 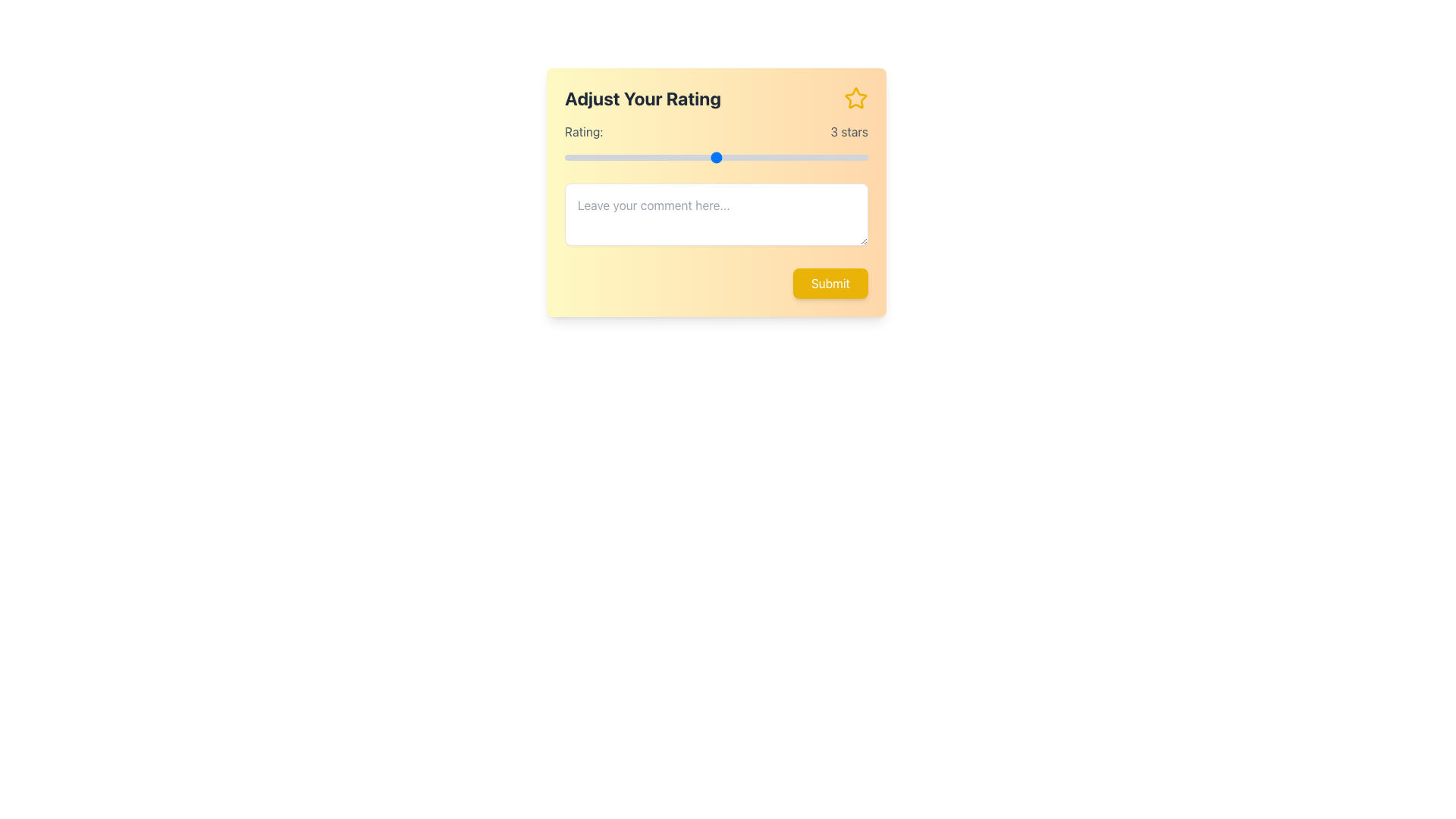 I want to click on the text label displaying 'Adjust Your Rating' which is bolded and styled in a large font on a light yellow background, so click(x=643, y=99).